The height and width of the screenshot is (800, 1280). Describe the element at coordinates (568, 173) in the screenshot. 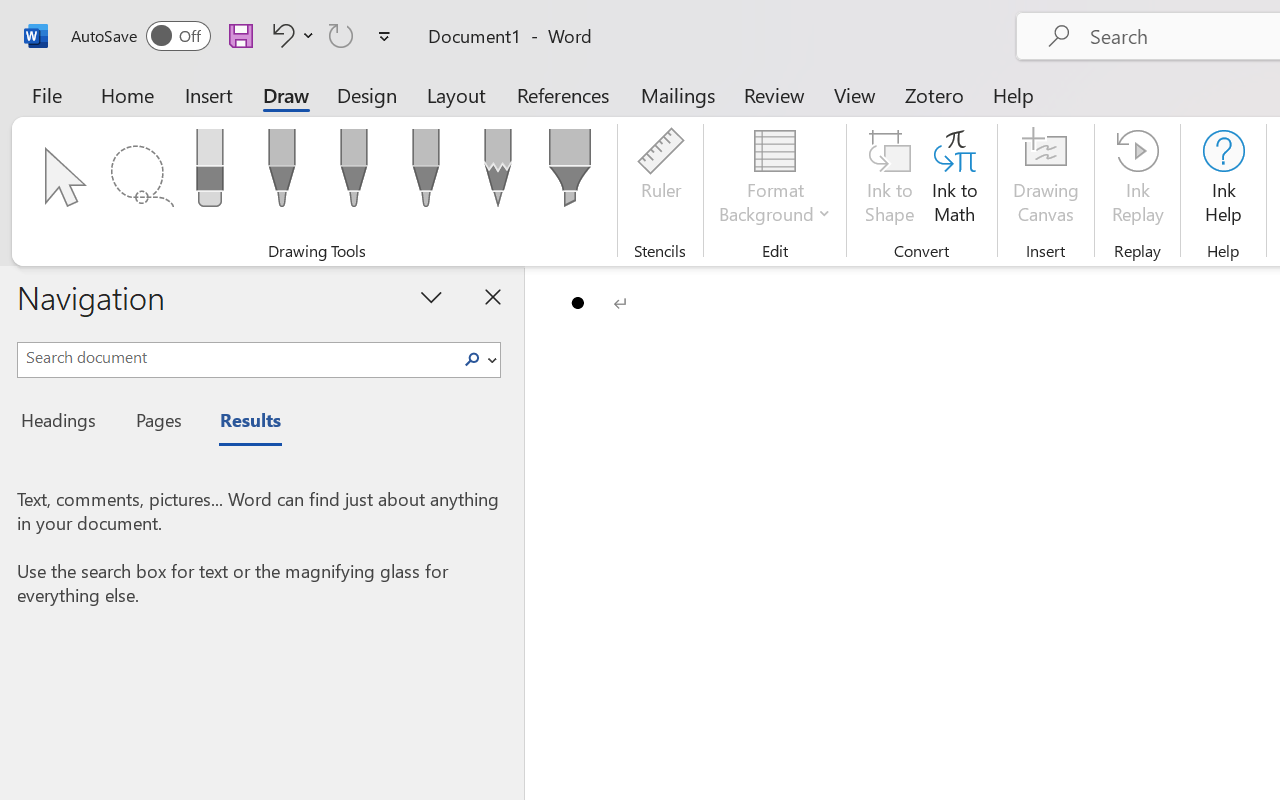

I see `'Highlighter: Yellow, 6 mm'` at that location.